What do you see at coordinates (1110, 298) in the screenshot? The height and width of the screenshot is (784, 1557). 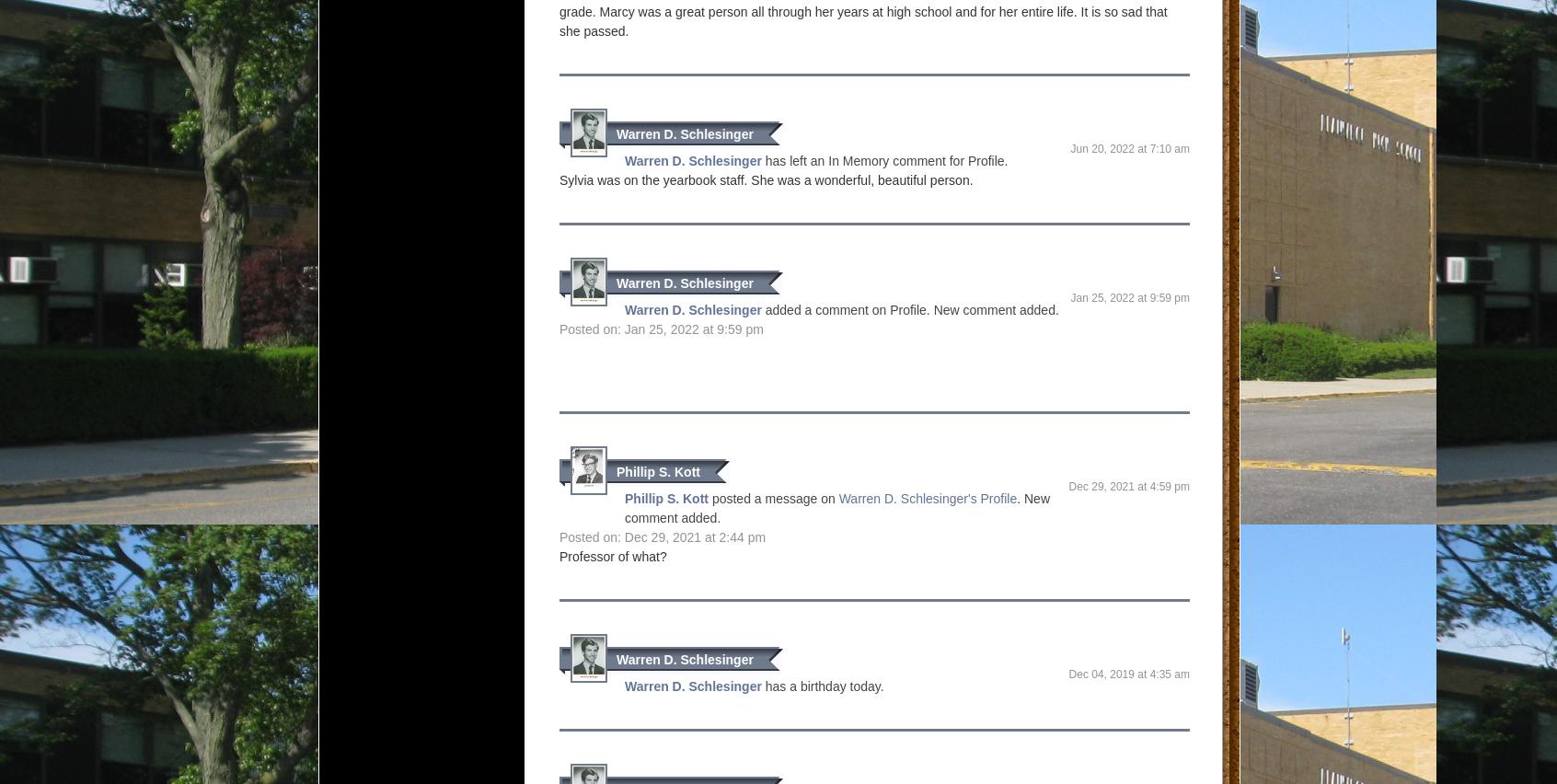 I see `'Jan 25, 2022 at'` at bounding box center [1110, 298].